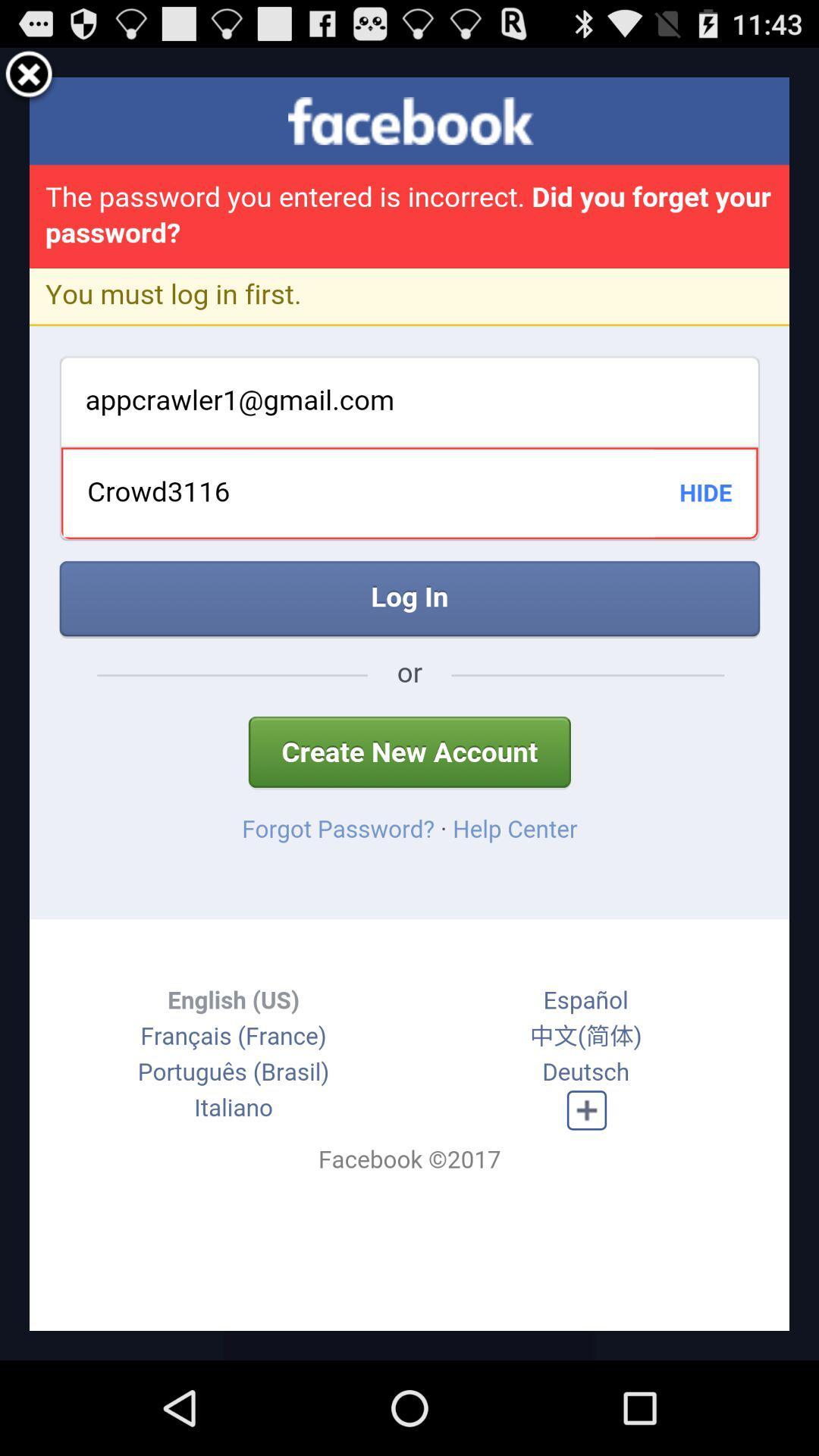 This screenshot has height=1456, width=819. Describe the element at coordinates (29, 81) in the screenshot. I see `the close icon` at that location.